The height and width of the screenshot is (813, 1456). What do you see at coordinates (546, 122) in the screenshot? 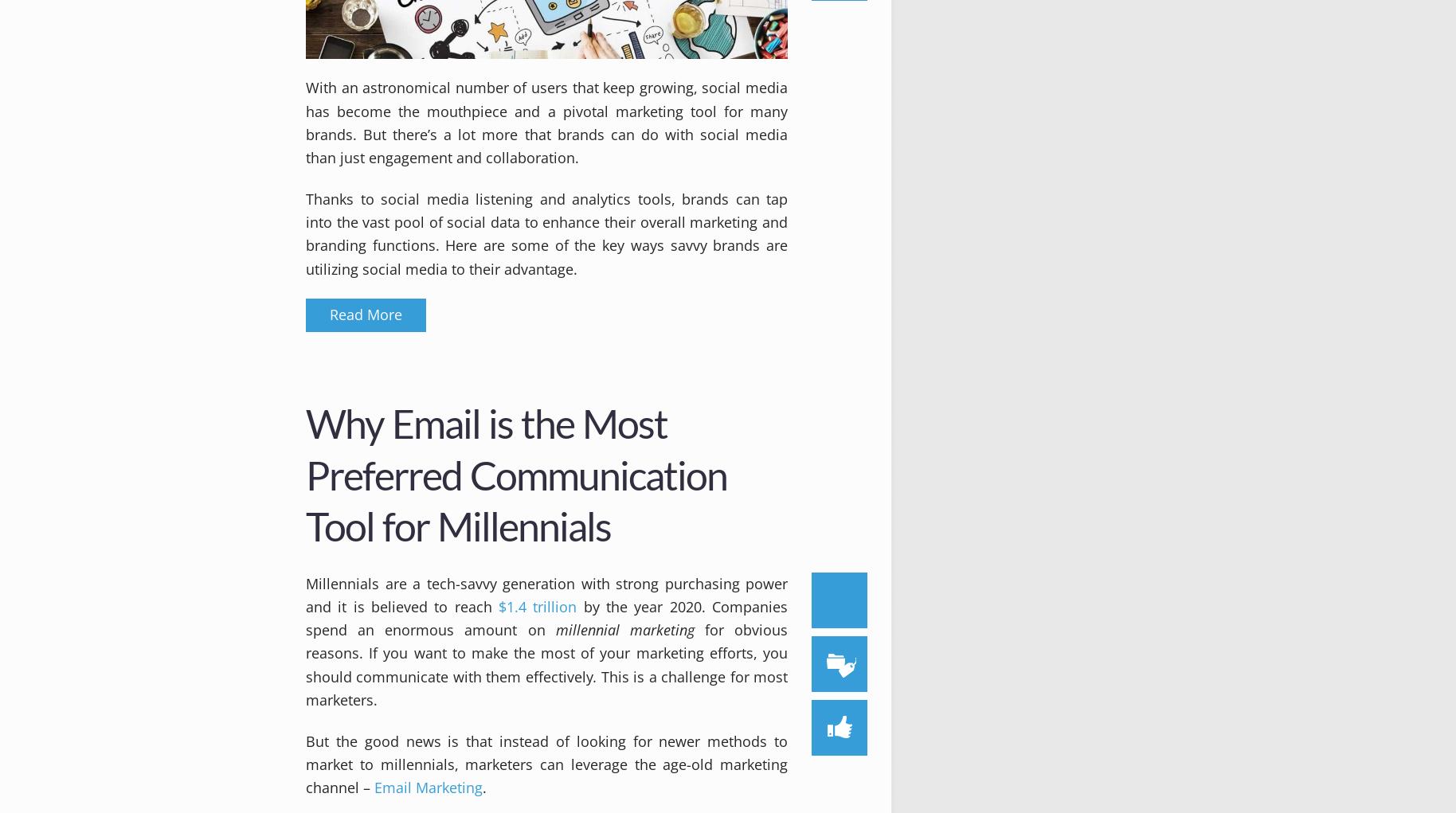
I see `'With an astronomical number of users that keep growing, social media has become the mouthpiece and a pivotal marketing tool for many brands. But there’s a lot more that brands can do with social media than just engagement and collaboration.'` at bounding box center [546, 122].